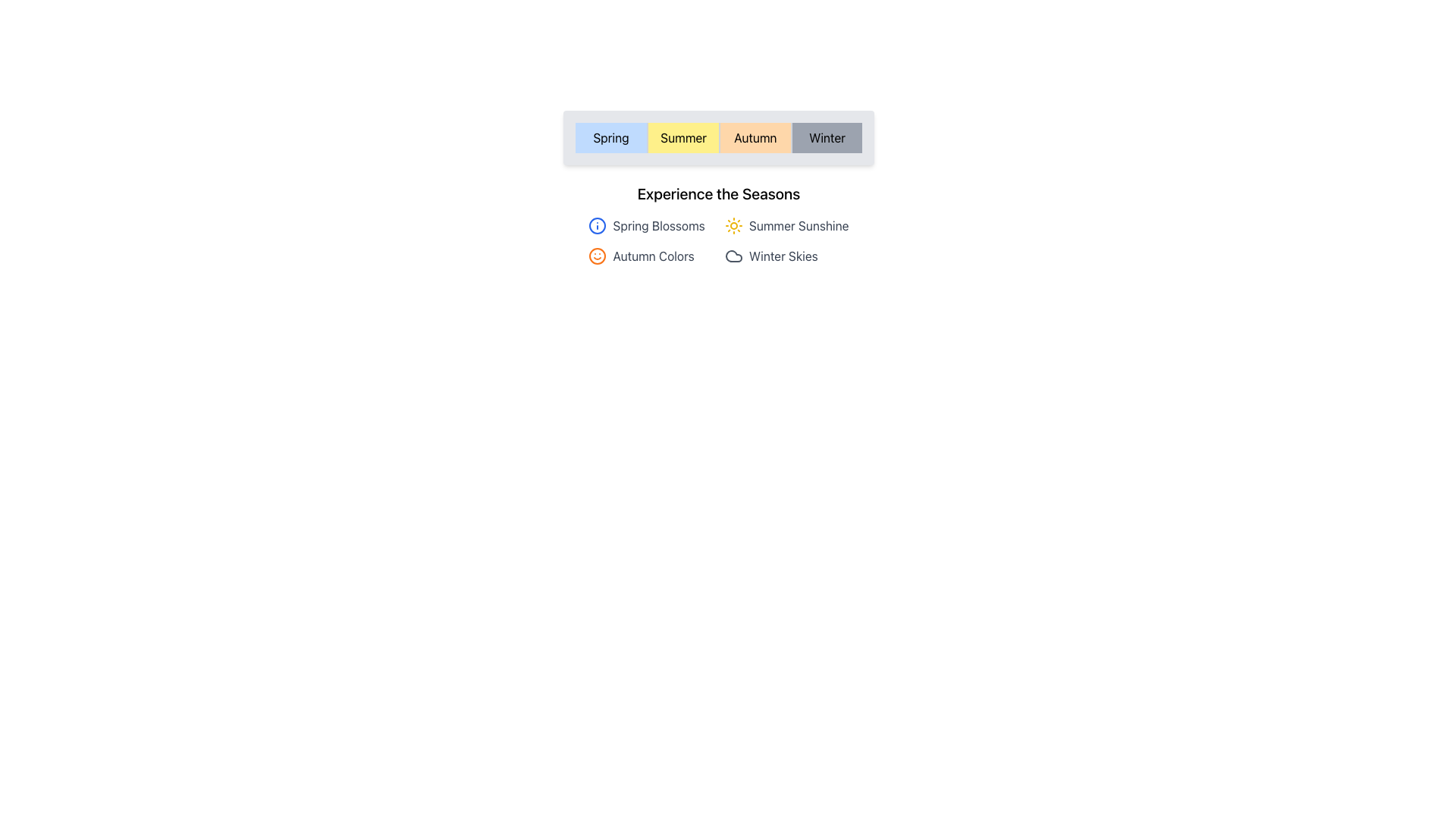 The width and height of the screenshot is (1456, 819). What do you see at coordinates (734, 225) in the screenshot?
I see `the sun icon styled as a vector graphic, which is bright yellow with an orange-yellow gradient, located in the 'Experience the Seasons' section under 'Summer Sunshine'` at bounding box center [734, 225].